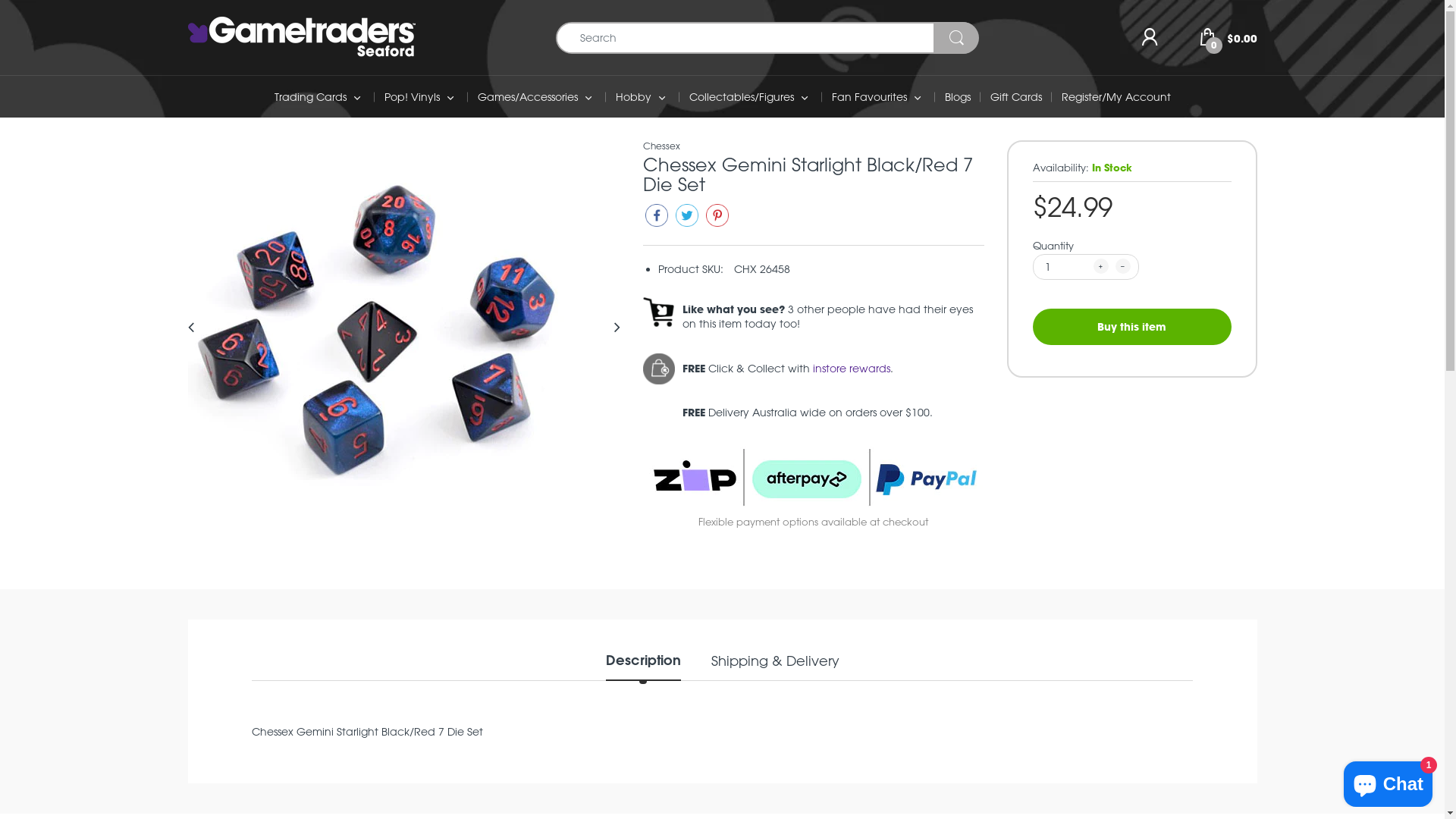 The height and width of the screenshot is (819, 1456). What do you see at coordinates (1228, 35) in the screenshot?
I see `'0` at bounding box center [1228, 35].